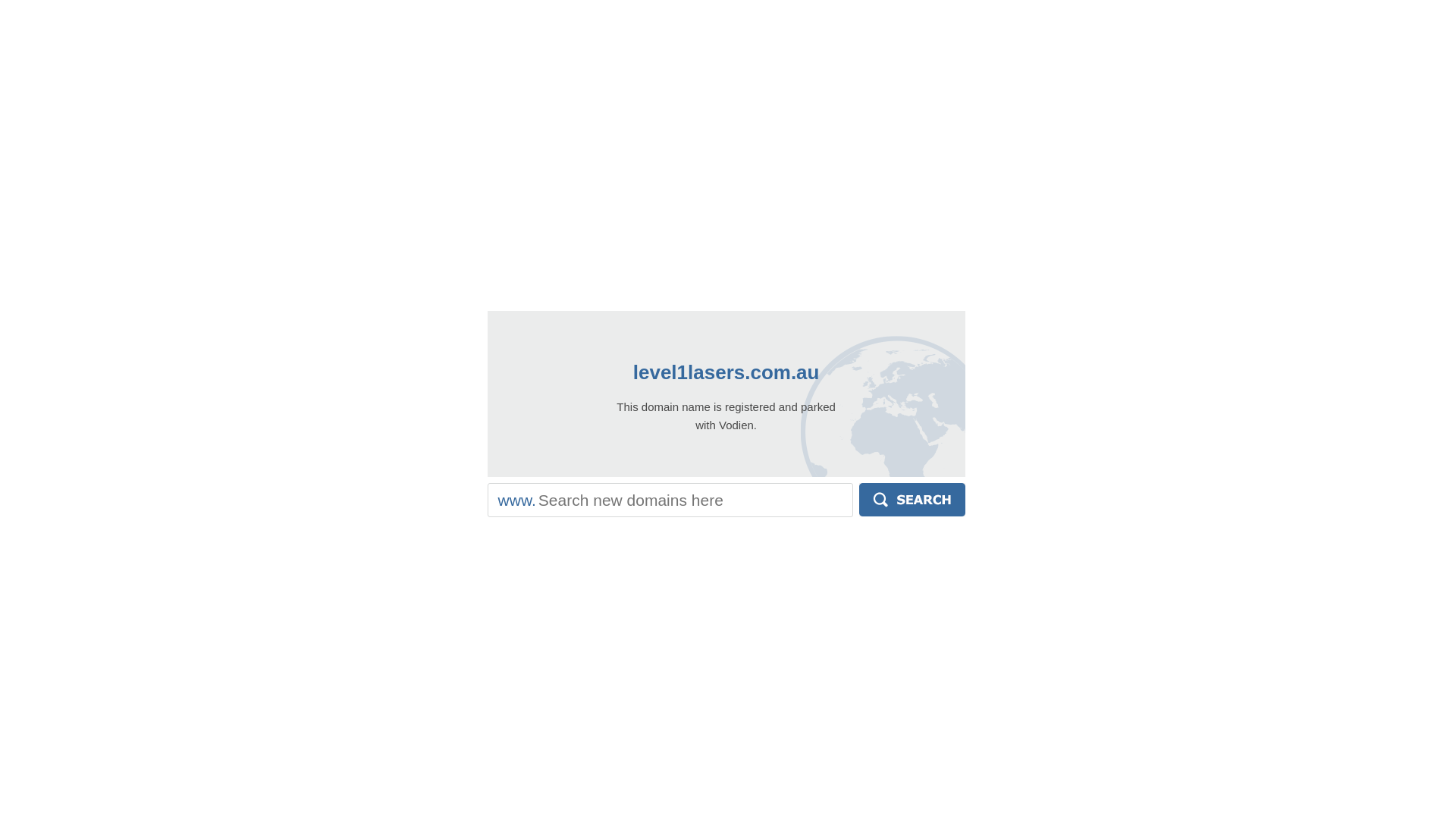  Describe the element at coordinates (912, 500) in the screenshot. I see `'Search'` at that location.